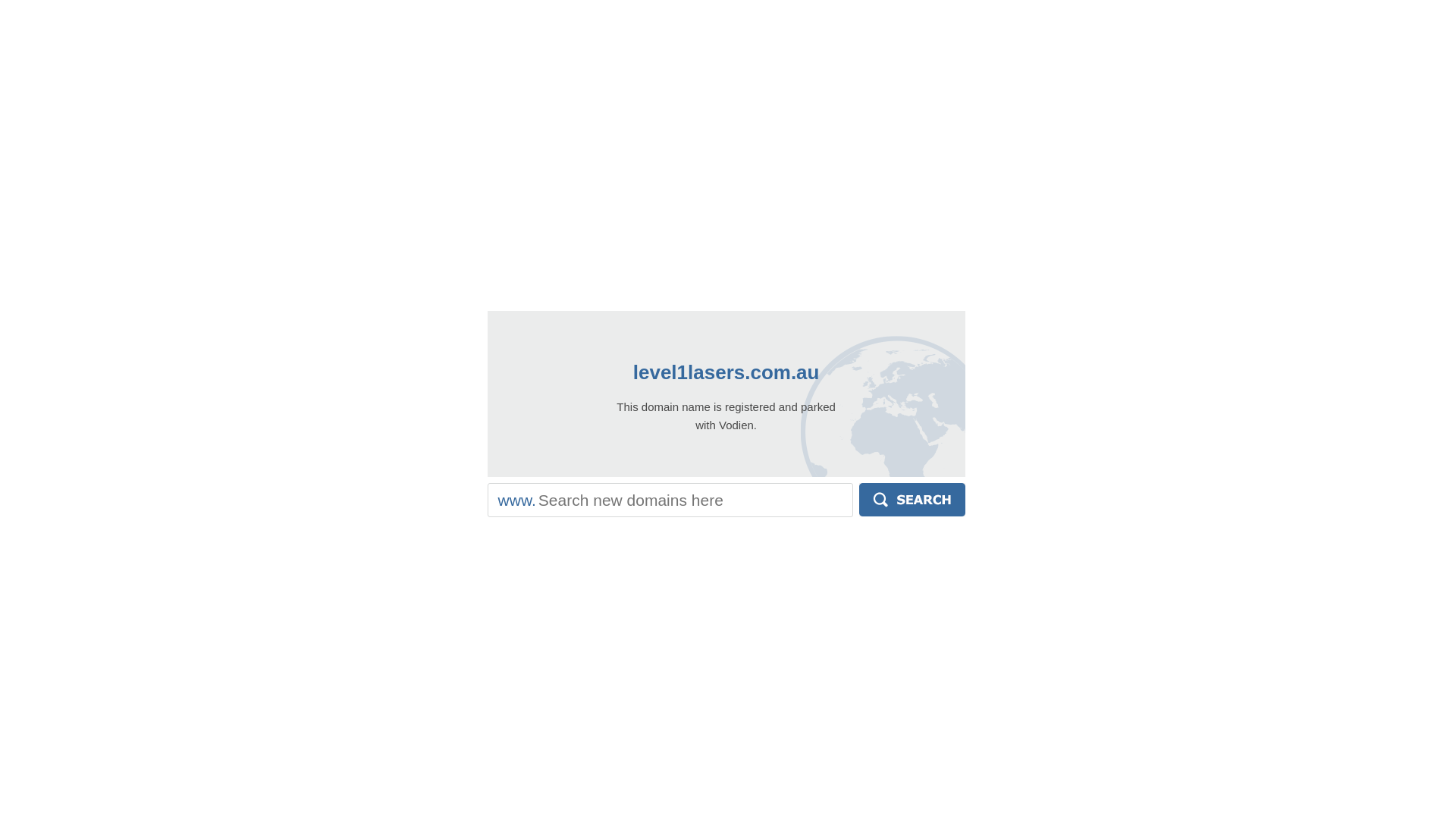  Describe the element at coordinates (912, 500) in the screenshot. I see `'Search'` at that location.